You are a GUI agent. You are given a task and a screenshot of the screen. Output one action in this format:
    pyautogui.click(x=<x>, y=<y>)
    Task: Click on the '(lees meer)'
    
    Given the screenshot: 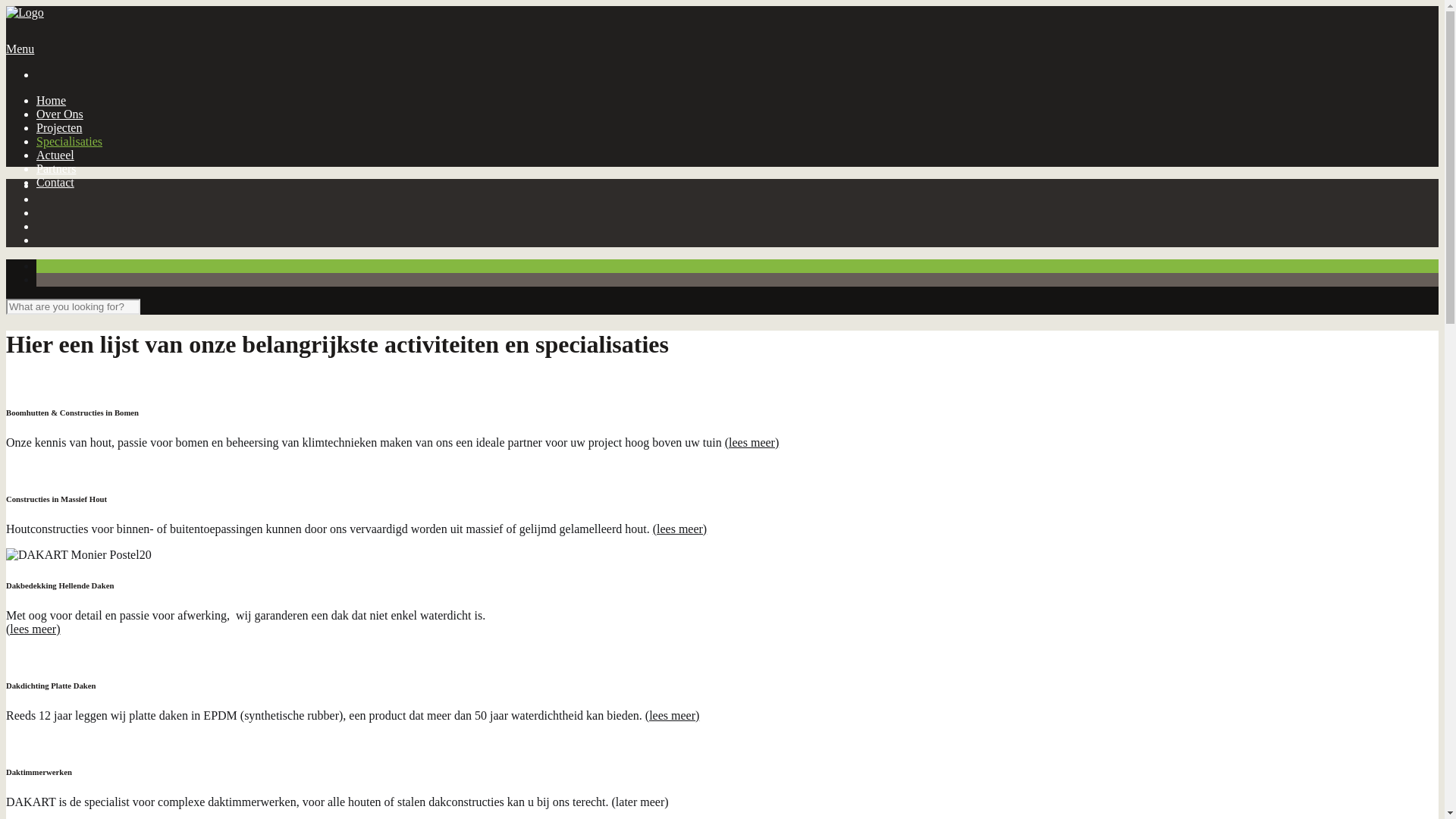 What is the action you would take?
    pyautogui.click(x=679, y=528)
    